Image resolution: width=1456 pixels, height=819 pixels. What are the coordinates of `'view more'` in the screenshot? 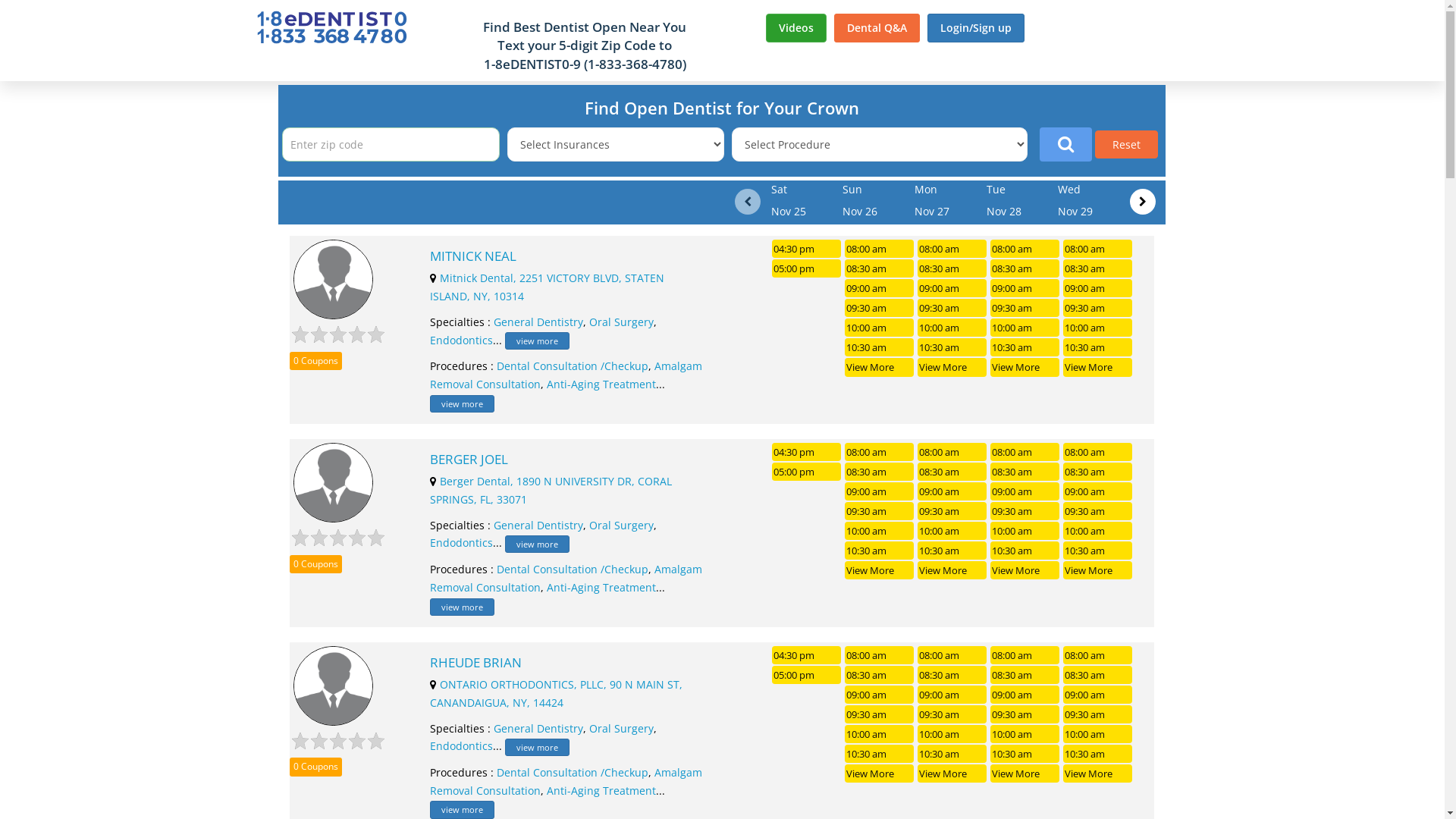 It's located at (537, 340).